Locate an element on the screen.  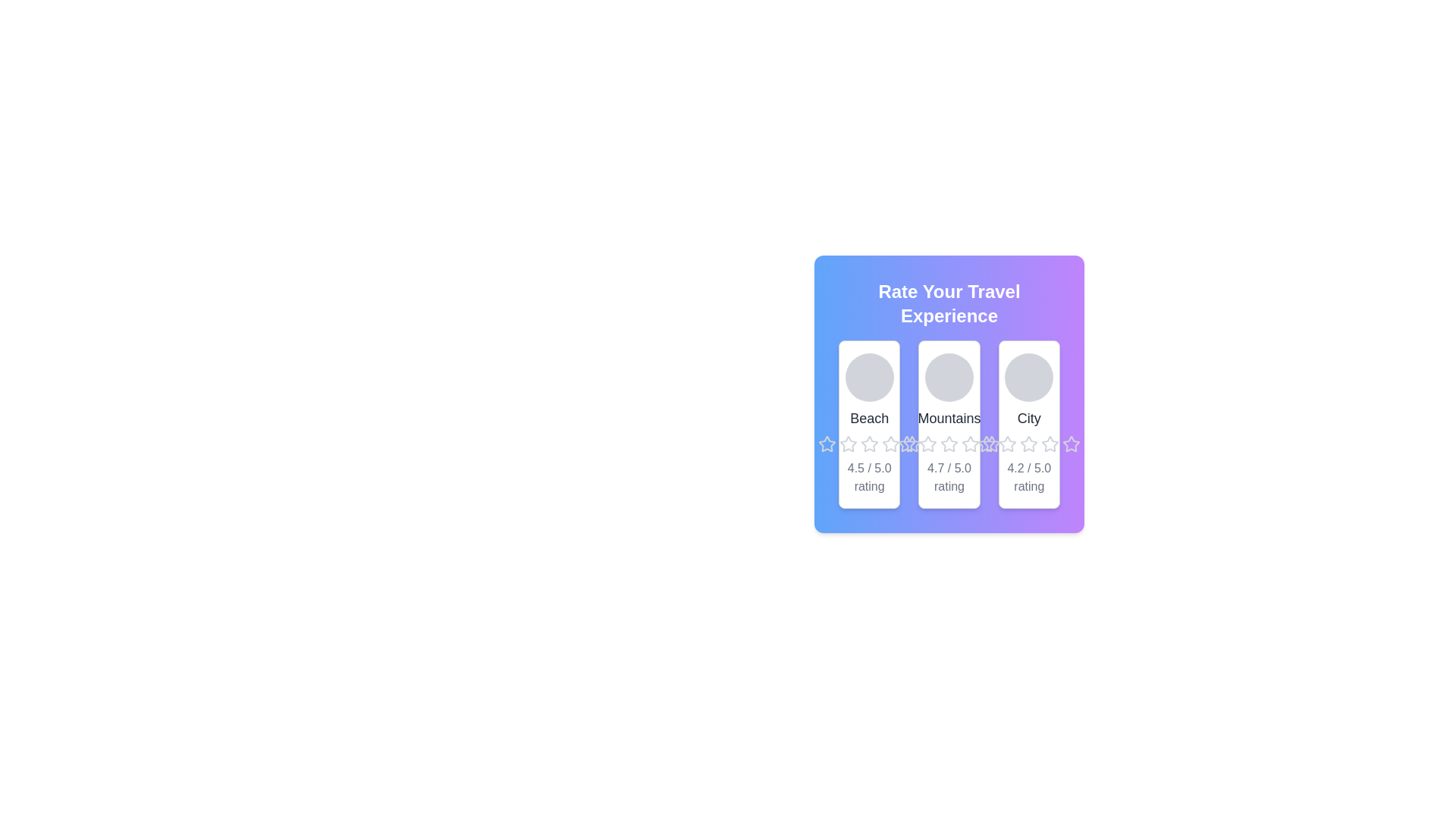
the rating component consisting of five clickable star icons located below the text 'Mountains' in the second card from the left is located at coordinates (949, 444).